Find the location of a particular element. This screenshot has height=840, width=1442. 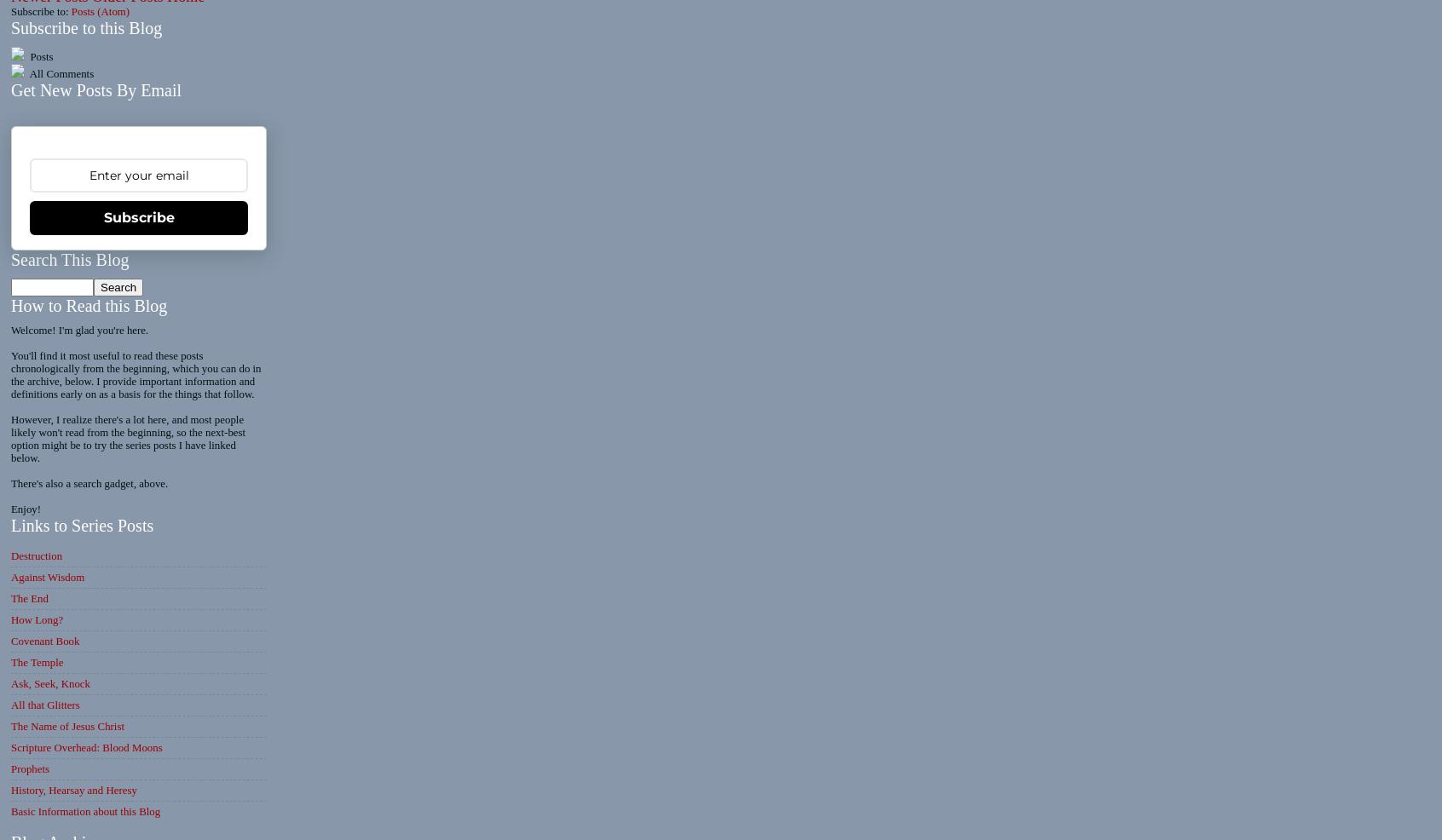

'How Long?' is located at coordinates (36, 618).